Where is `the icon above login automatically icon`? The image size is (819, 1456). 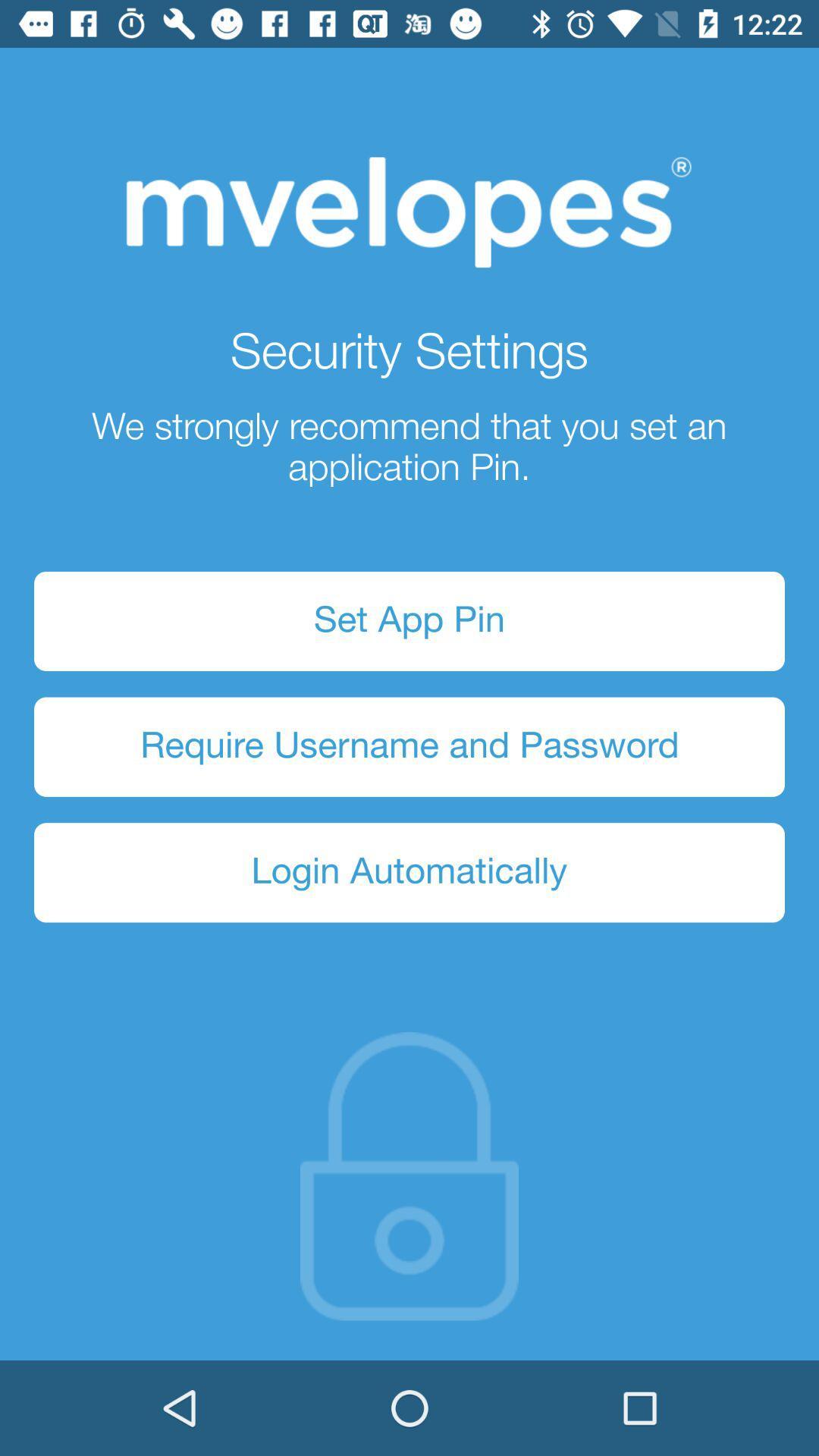 the icon above login automatically icon is located at coordinates (409, 747).